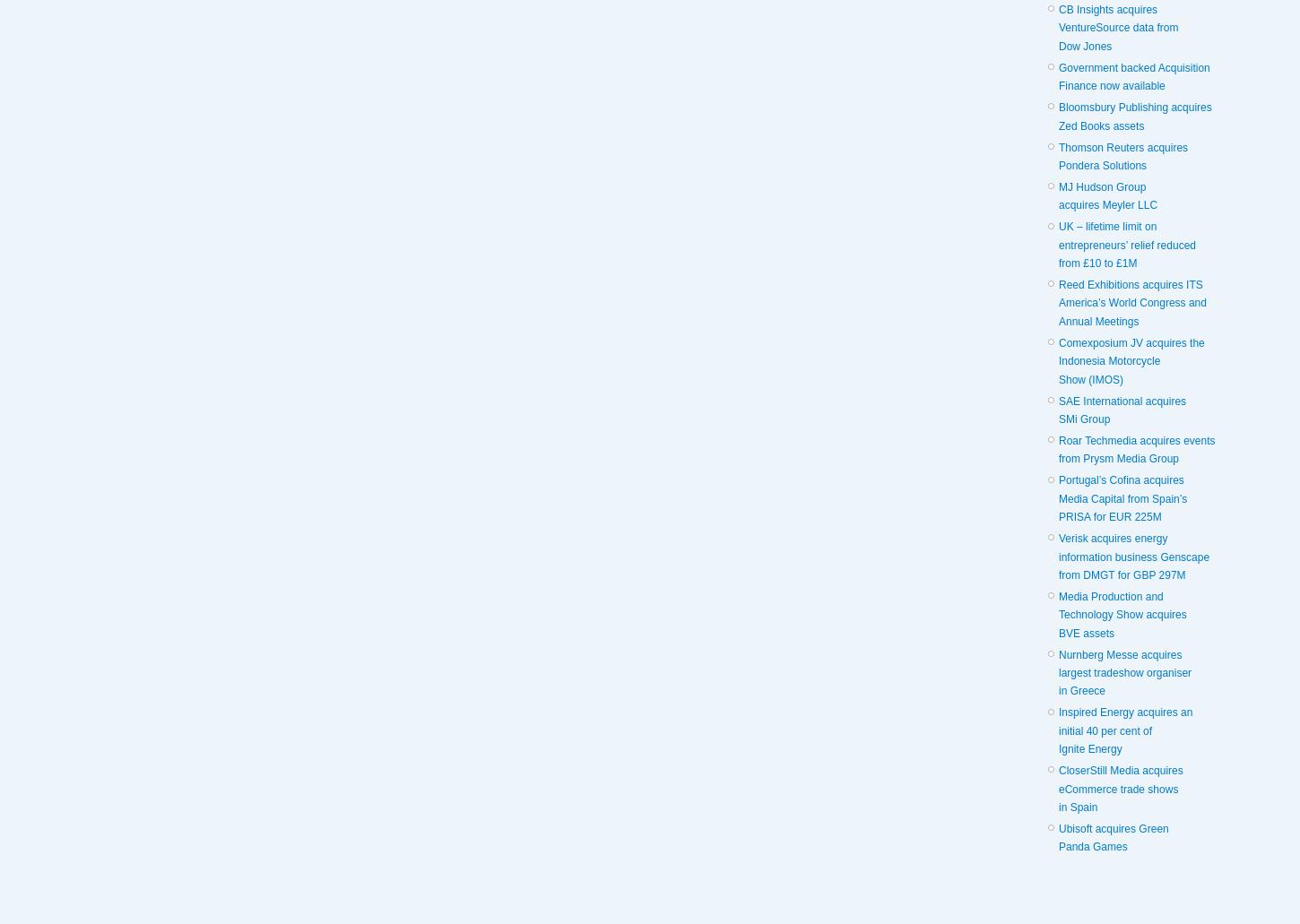 The height and width of the screenshot is (924, 1300). What do you see at coordinates (1122, 497) in the screenshot?
I see `'Portugal’s Cofina acquires Media Capital from Spain’s PRISA for EUR 225M'` at bounding box center [1122, 497].